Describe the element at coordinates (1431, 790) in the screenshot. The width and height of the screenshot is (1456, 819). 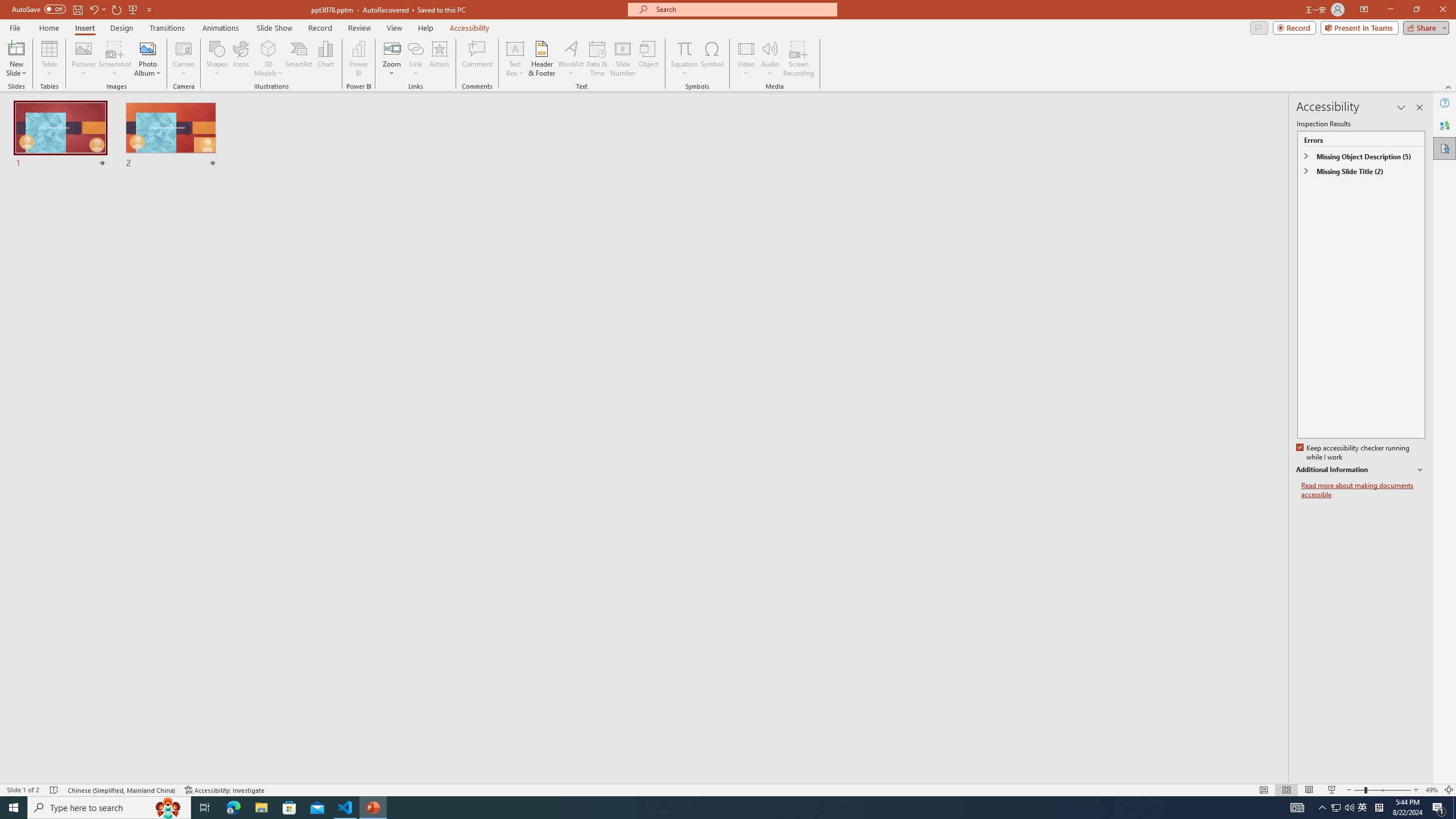
I see `'Zoom 49%'` at that location.